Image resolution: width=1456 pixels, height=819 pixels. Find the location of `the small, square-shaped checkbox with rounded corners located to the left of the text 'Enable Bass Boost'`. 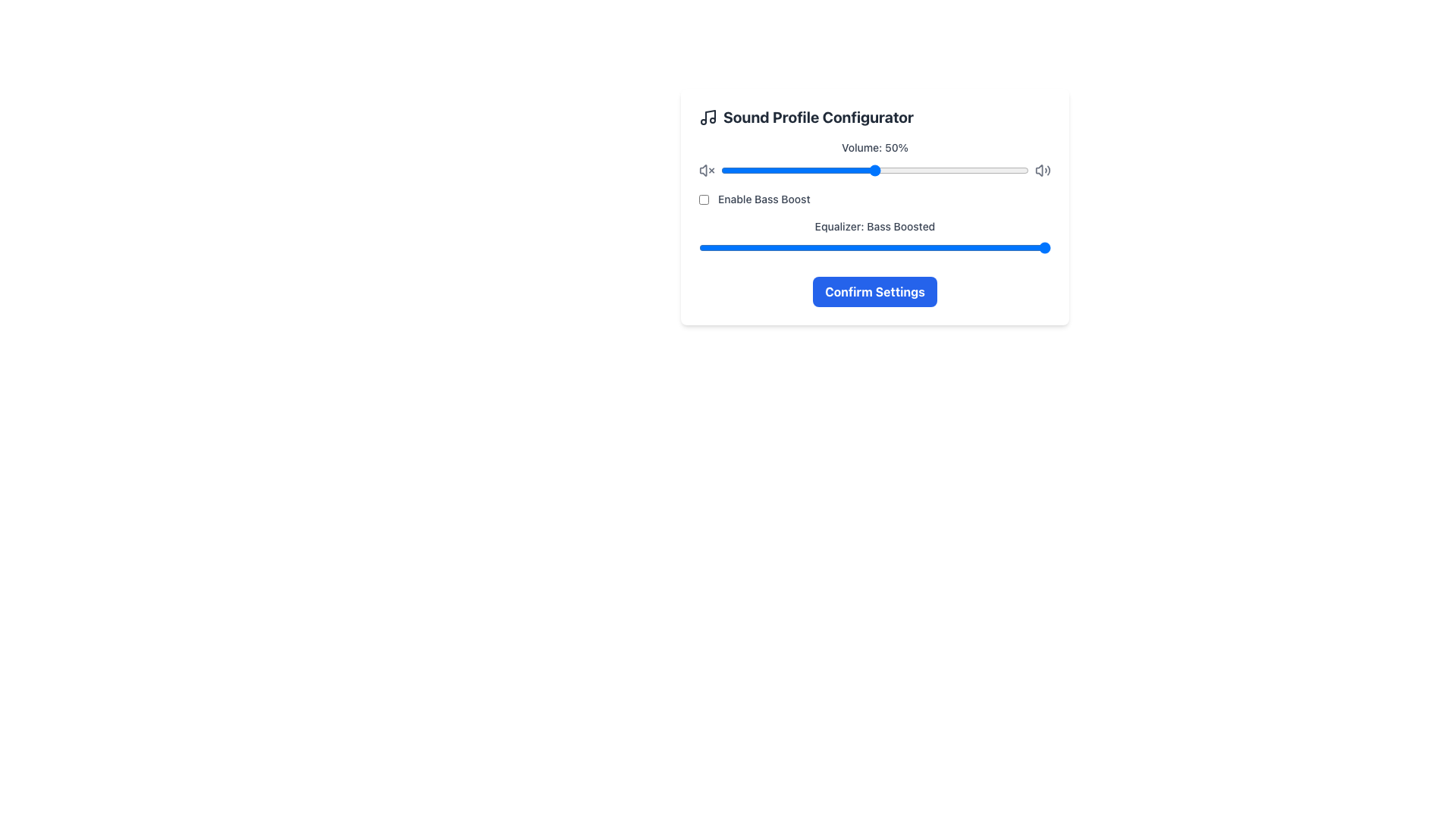

the small, square-shaped checkbox with rounded corners located to the left of the text 'Enable Bass Boost' is located at coordinates (703, 198).